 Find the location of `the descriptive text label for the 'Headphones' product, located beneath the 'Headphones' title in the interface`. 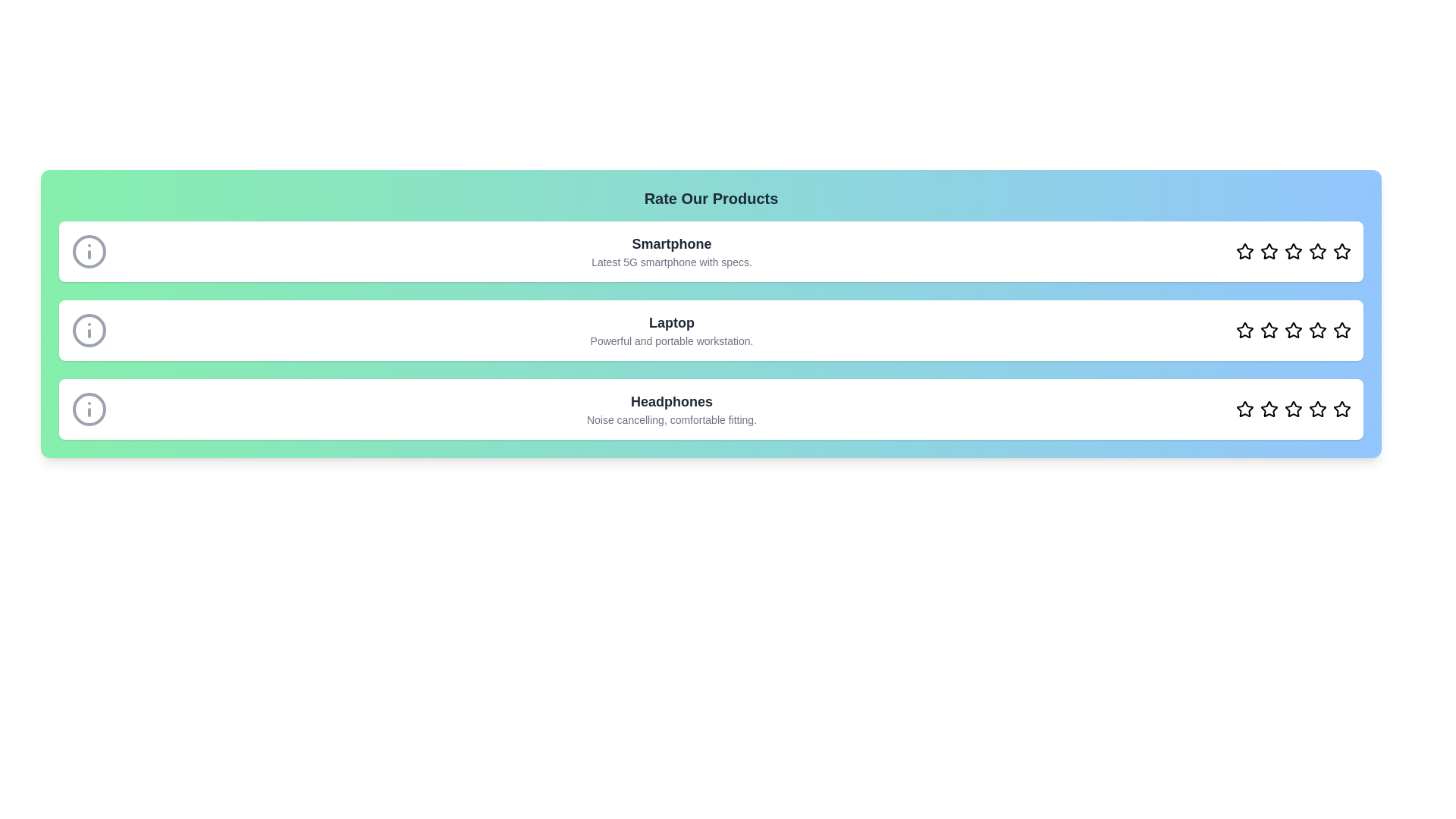

the descriptive text label for the 'Headphones' product, located beneath the 'Headphones' title in the interface is located at coordinates (671, 420).